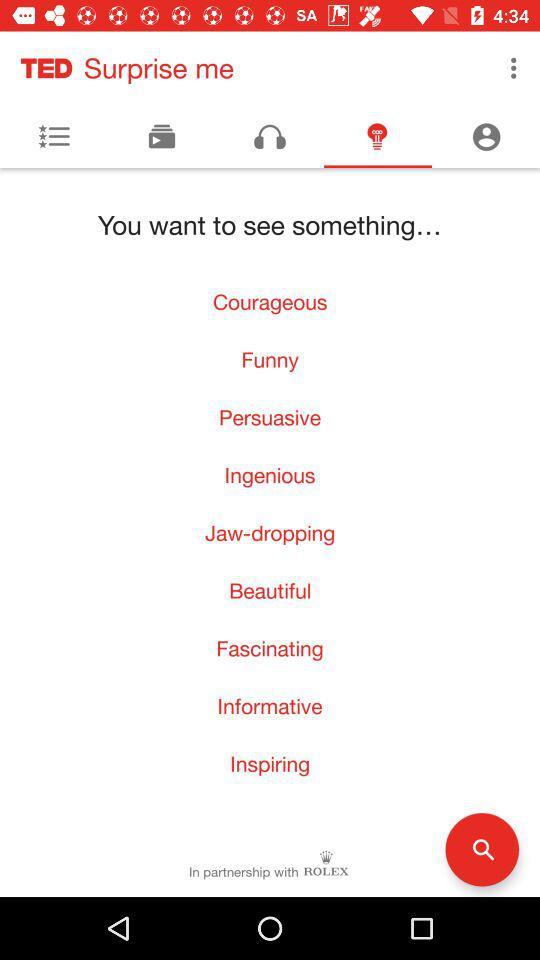  Describe the element at coordinates (513, 68) in the screenshot. I see `the item next to surprise me` at that location.